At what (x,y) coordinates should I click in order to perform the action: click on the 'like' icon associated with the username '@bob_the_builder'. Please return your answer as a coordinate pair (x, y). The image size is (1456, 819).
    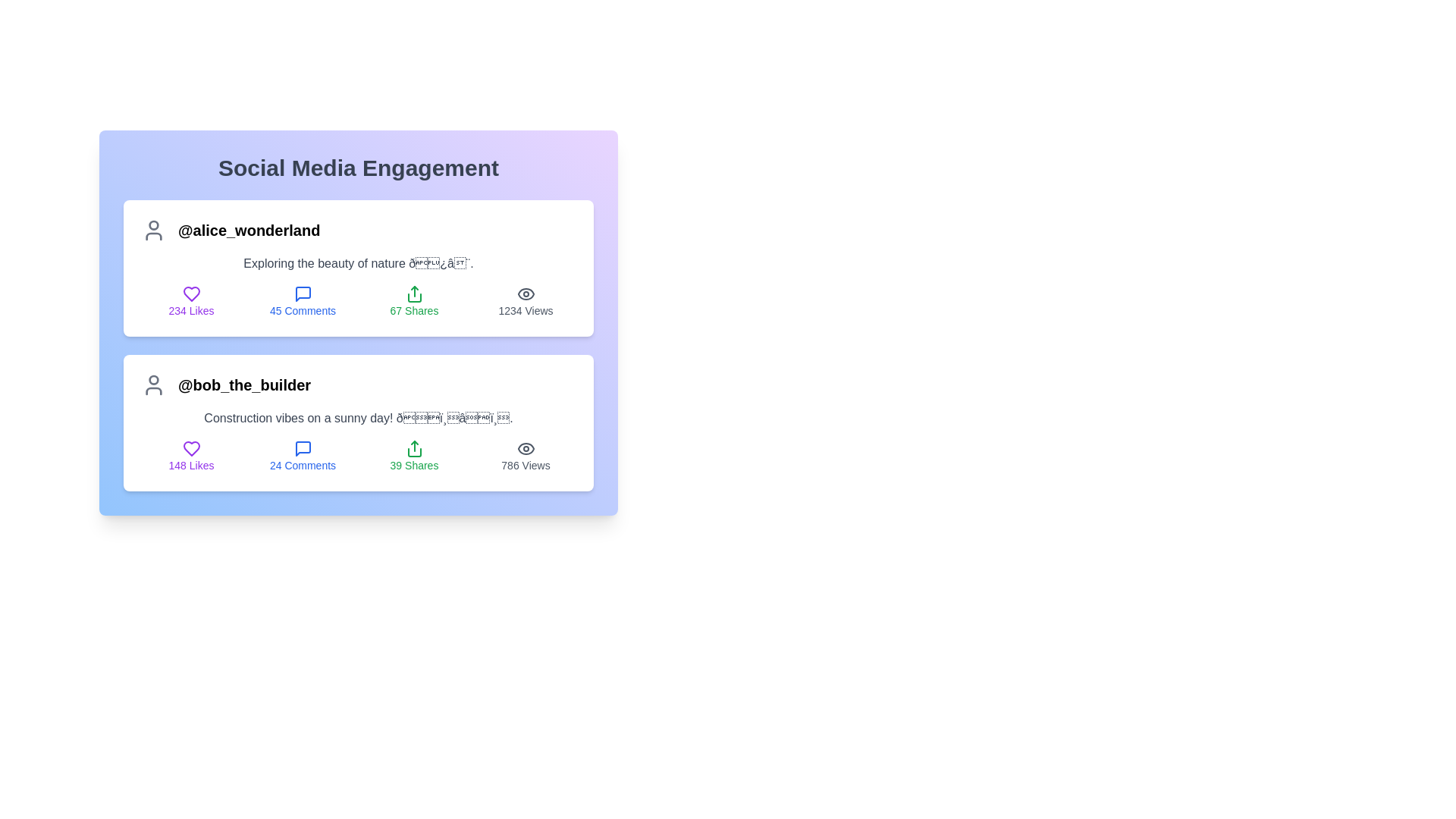
    Looking at the image, I should click on (190, 447).